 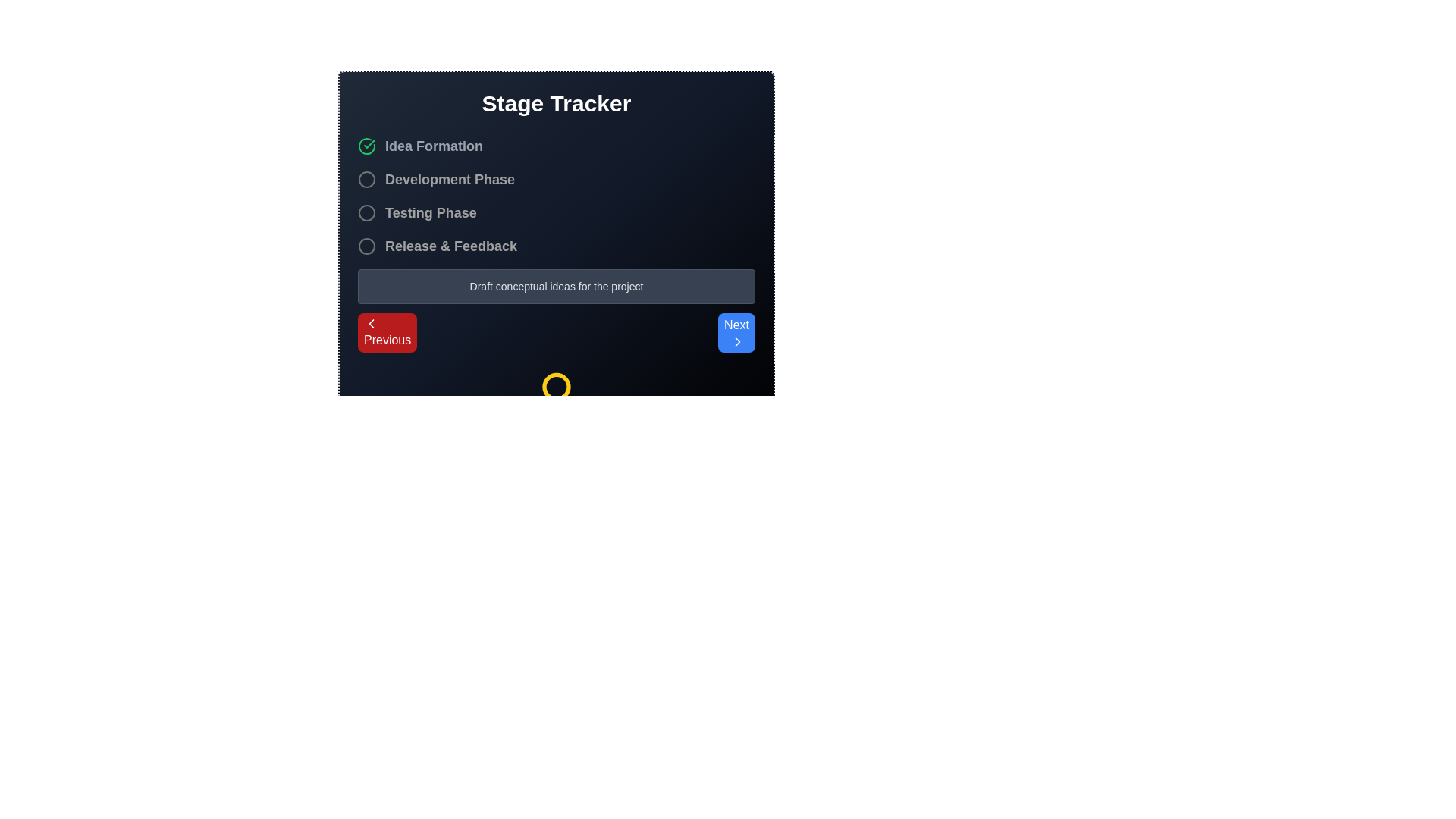 I want to click on the circular interactive icon associated with the 'Release & Feedback' stage, so click(x=367, y=245).